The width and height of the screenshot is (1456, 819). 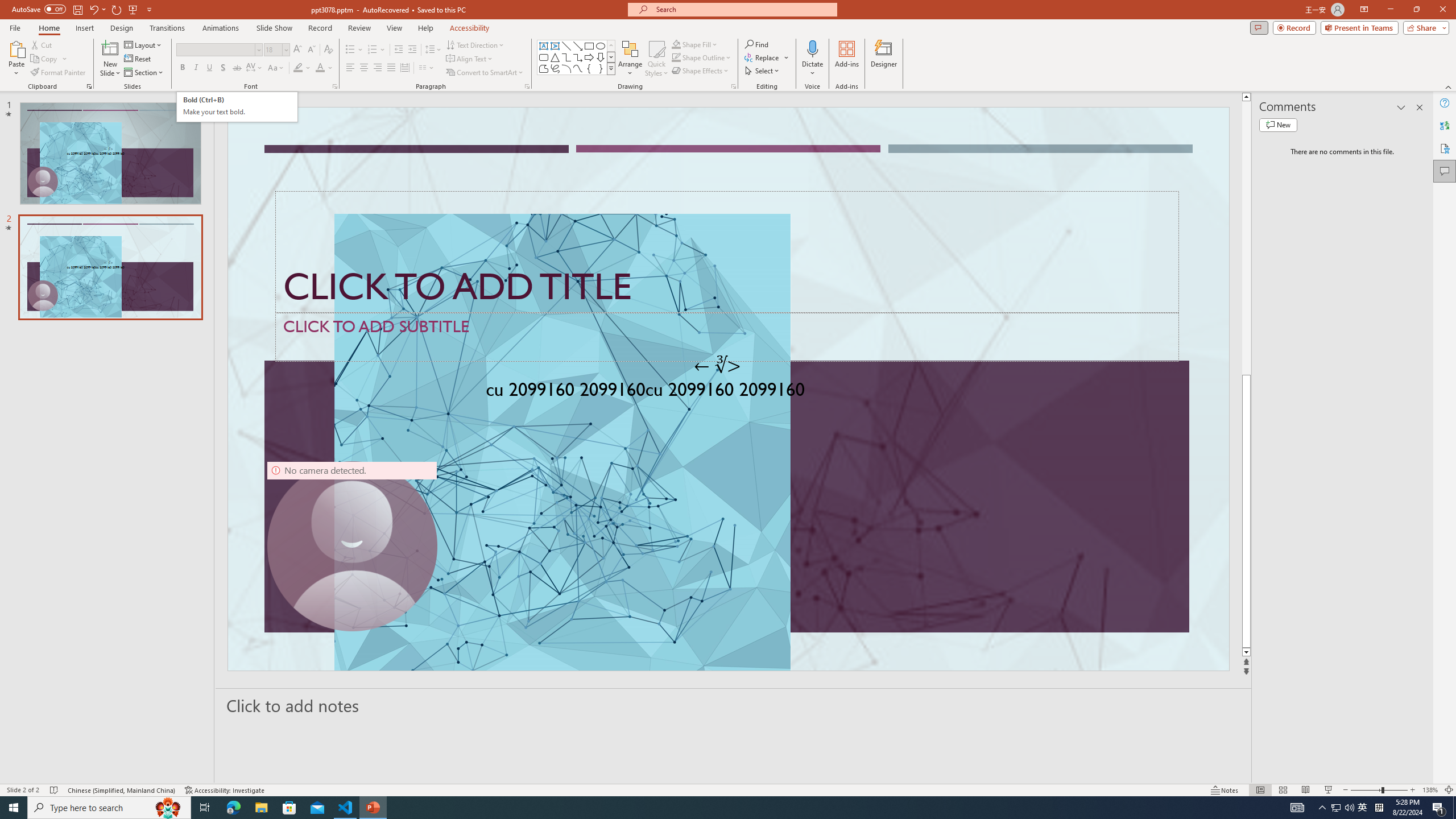 What do you see at coordinates (565, 45) in the screenshot?
I see `'Line'` at bounding box center [565, 45].